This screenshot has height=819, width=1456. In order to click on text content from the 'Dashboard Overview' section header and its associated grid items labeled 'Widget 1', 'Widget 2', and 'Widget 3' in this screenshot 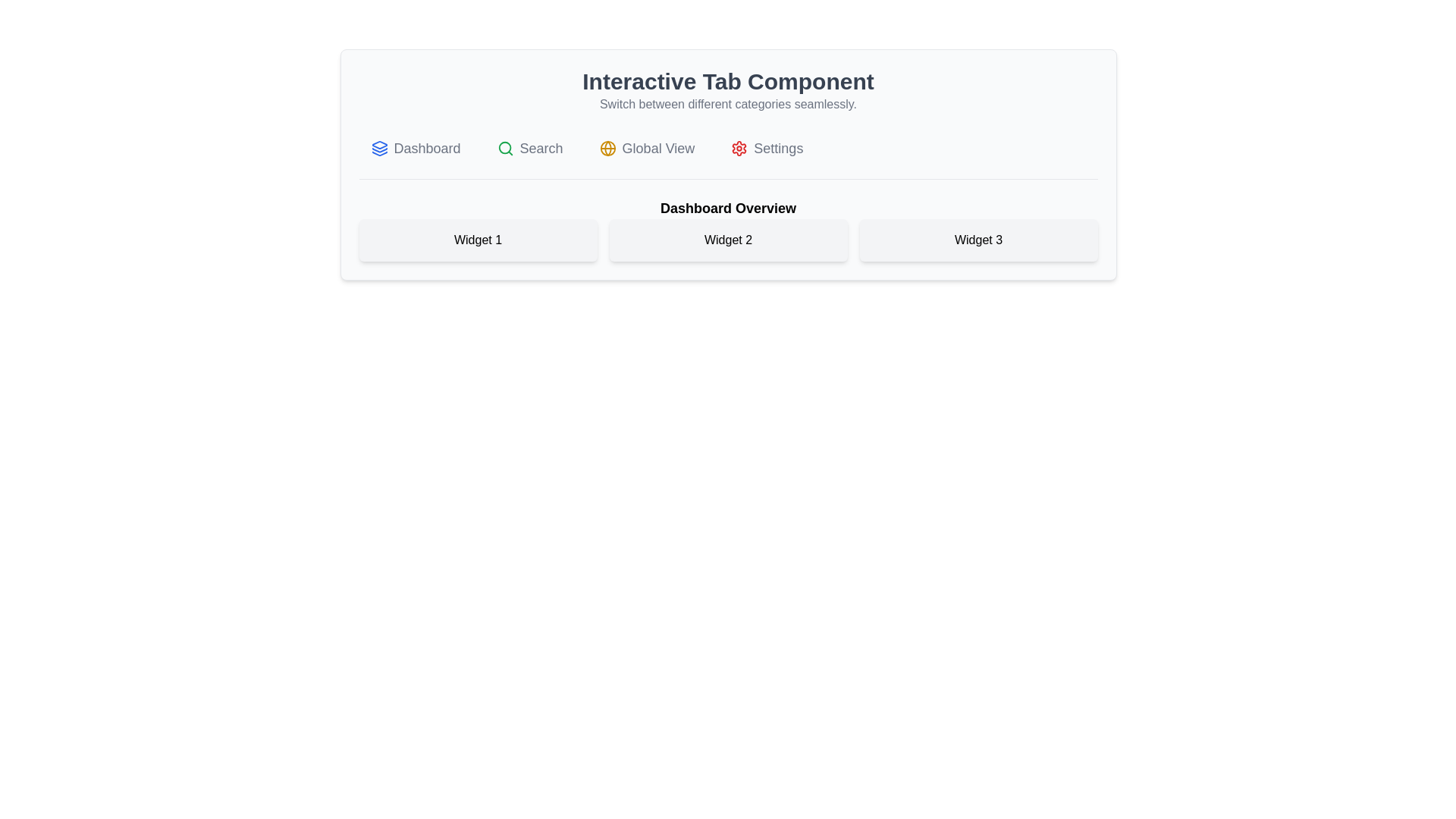, I will do `click(728, 230)`.